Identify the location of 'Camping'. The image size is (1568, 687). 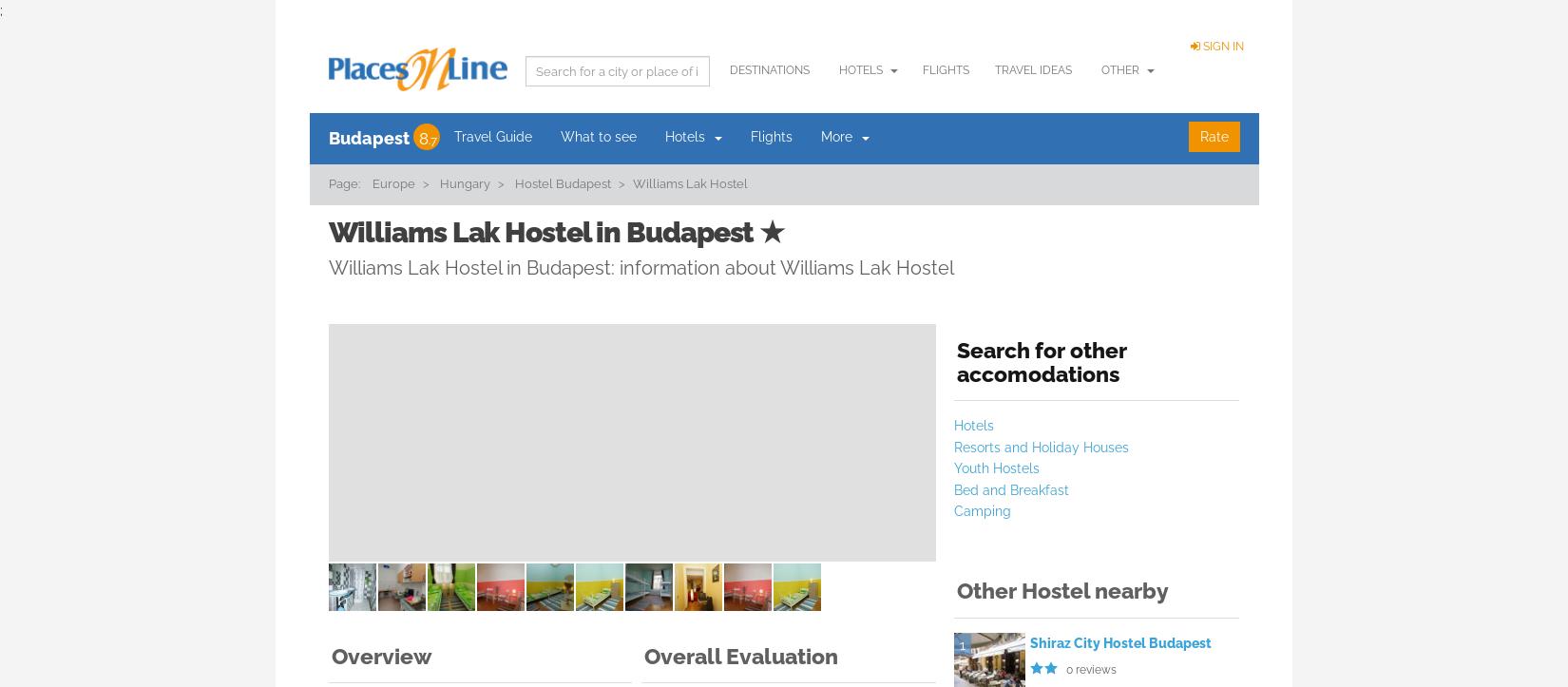
(954, 508).